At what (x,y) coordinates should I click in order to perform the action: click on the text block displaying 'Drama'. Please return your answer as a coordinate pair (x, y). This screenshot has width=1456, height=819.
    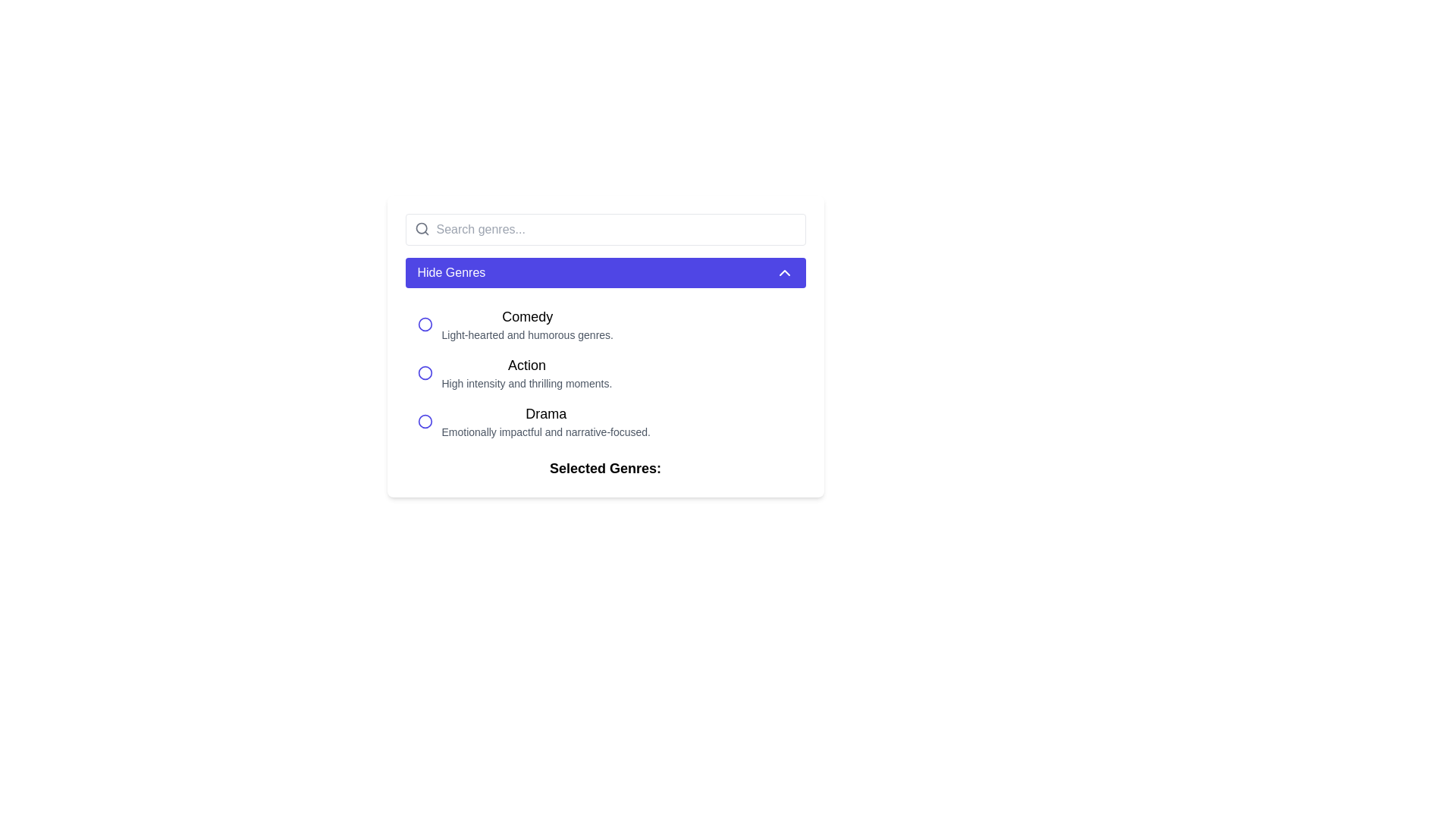
    Looking at the image, I should click on (546, 421).